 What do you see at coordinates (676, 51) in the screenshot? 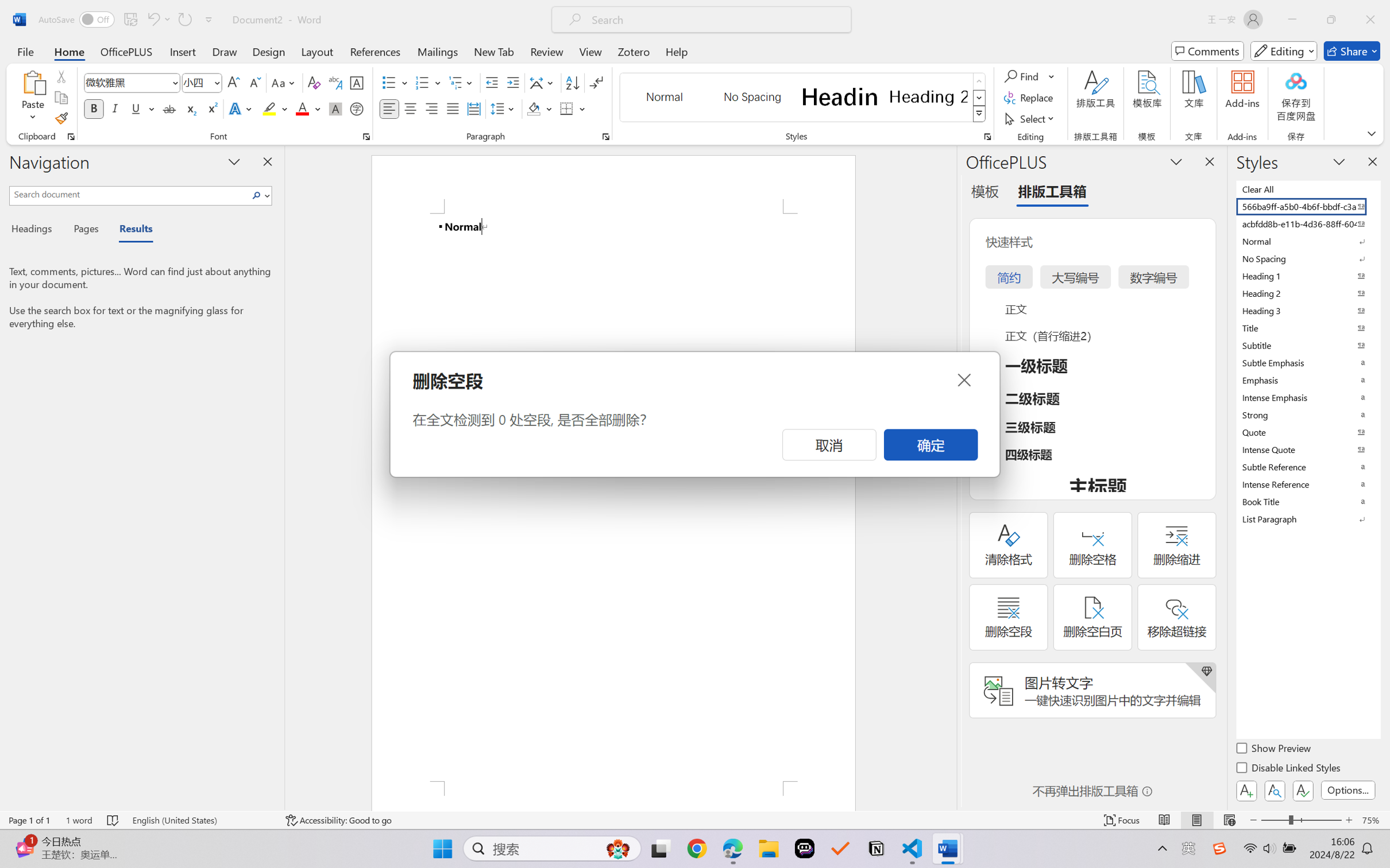
I see `'Help'` at bounding box center [676, 51].